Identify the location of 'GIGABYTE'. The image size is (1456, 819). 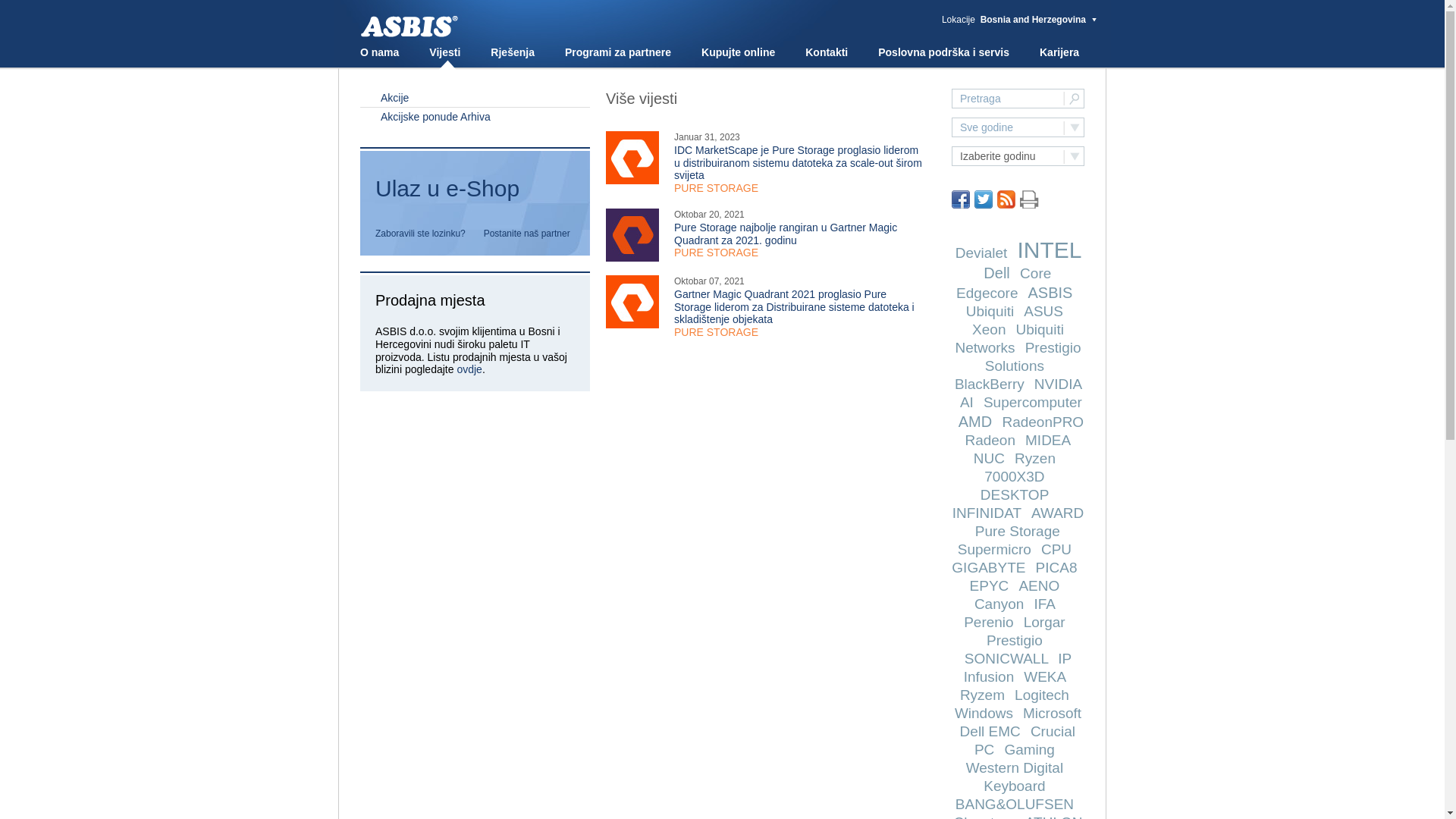
(988, 567).